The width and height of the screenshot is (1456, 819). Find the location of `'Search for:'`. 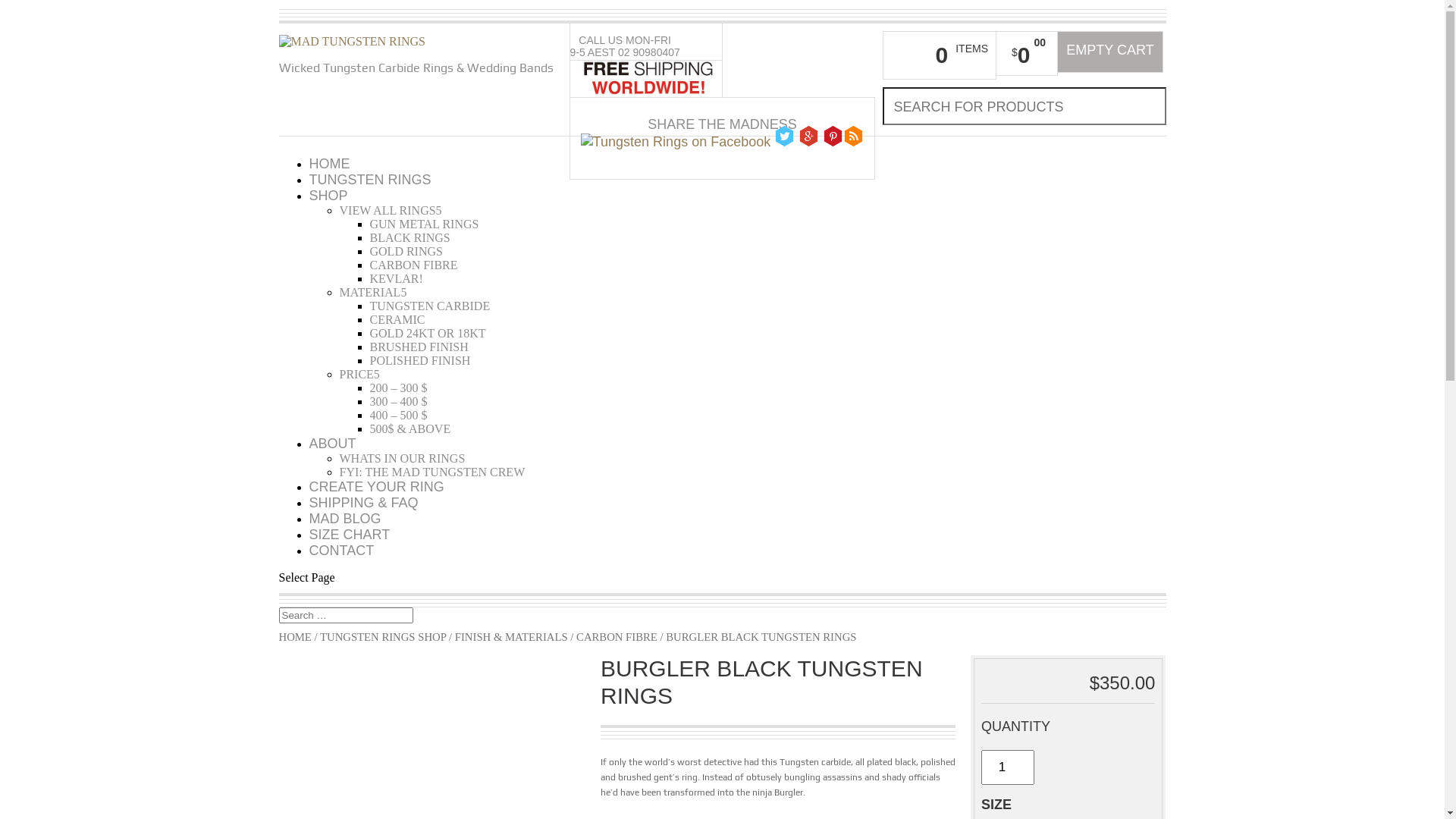

'Search for:' is located at coordinates (345, 615).